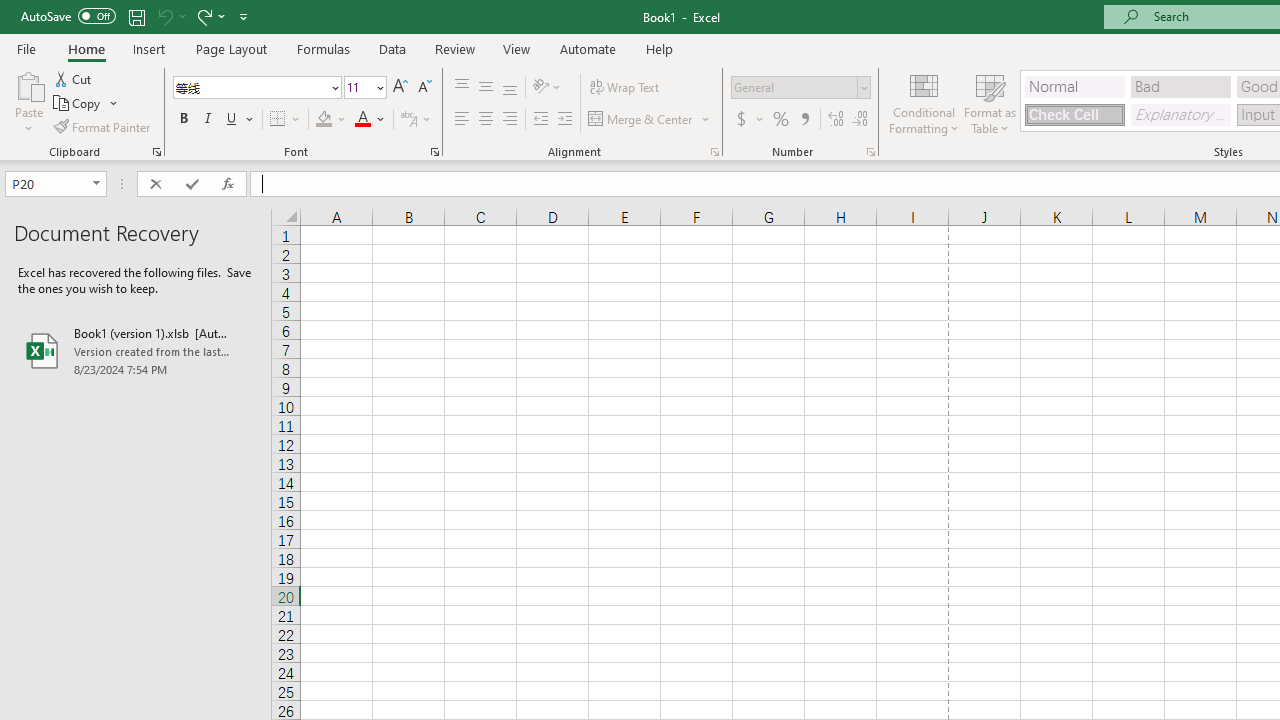 The height and width of the screenshot is (720, 1280). What do you see at coordinates (400, 86) in the screenshot?
I see `'Increase Font Size'` at bounding box center [400, 86].